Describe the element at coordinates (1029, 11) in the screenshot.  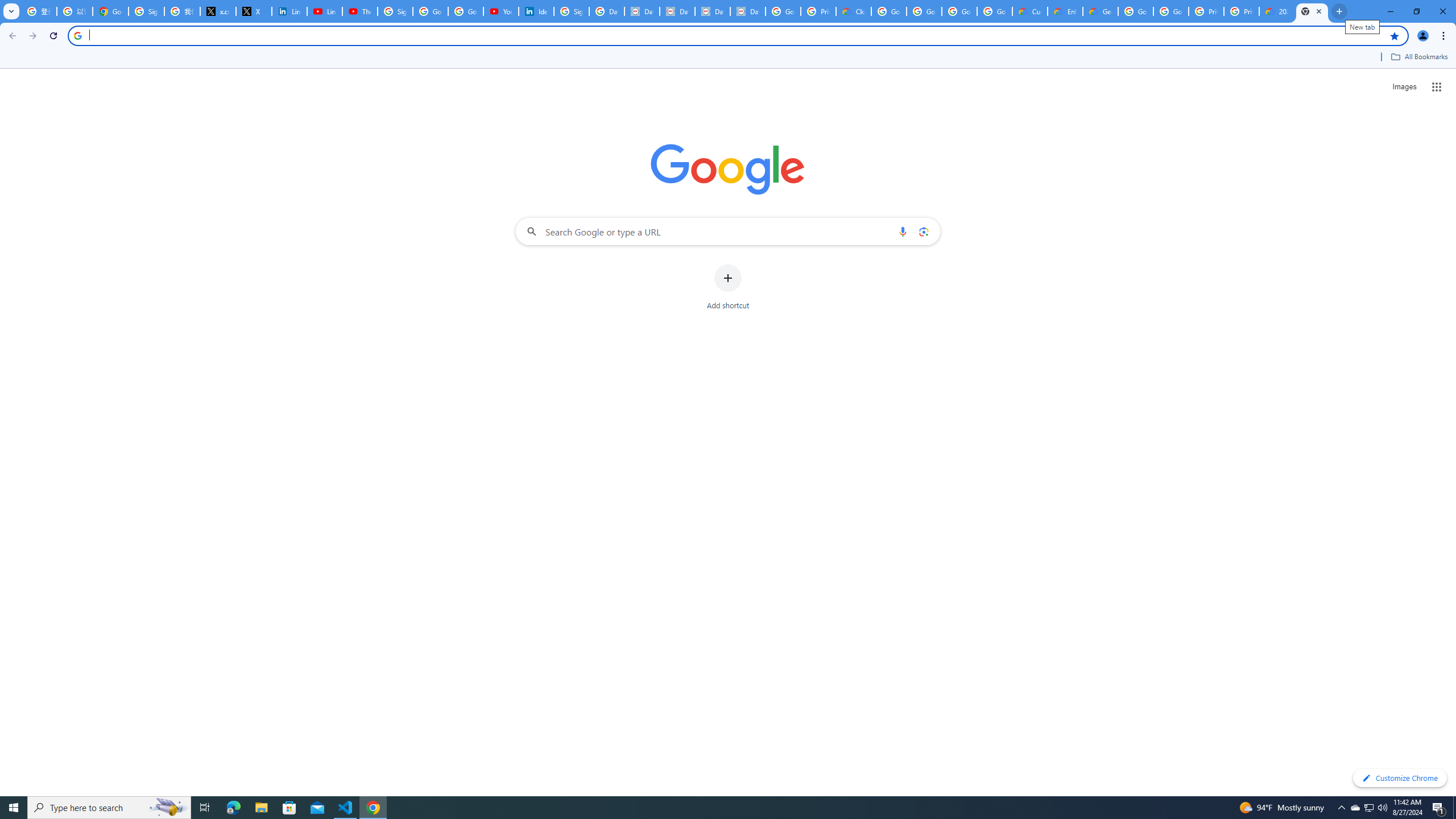
I see `'Customer Care | Google Cloud'` at that location.